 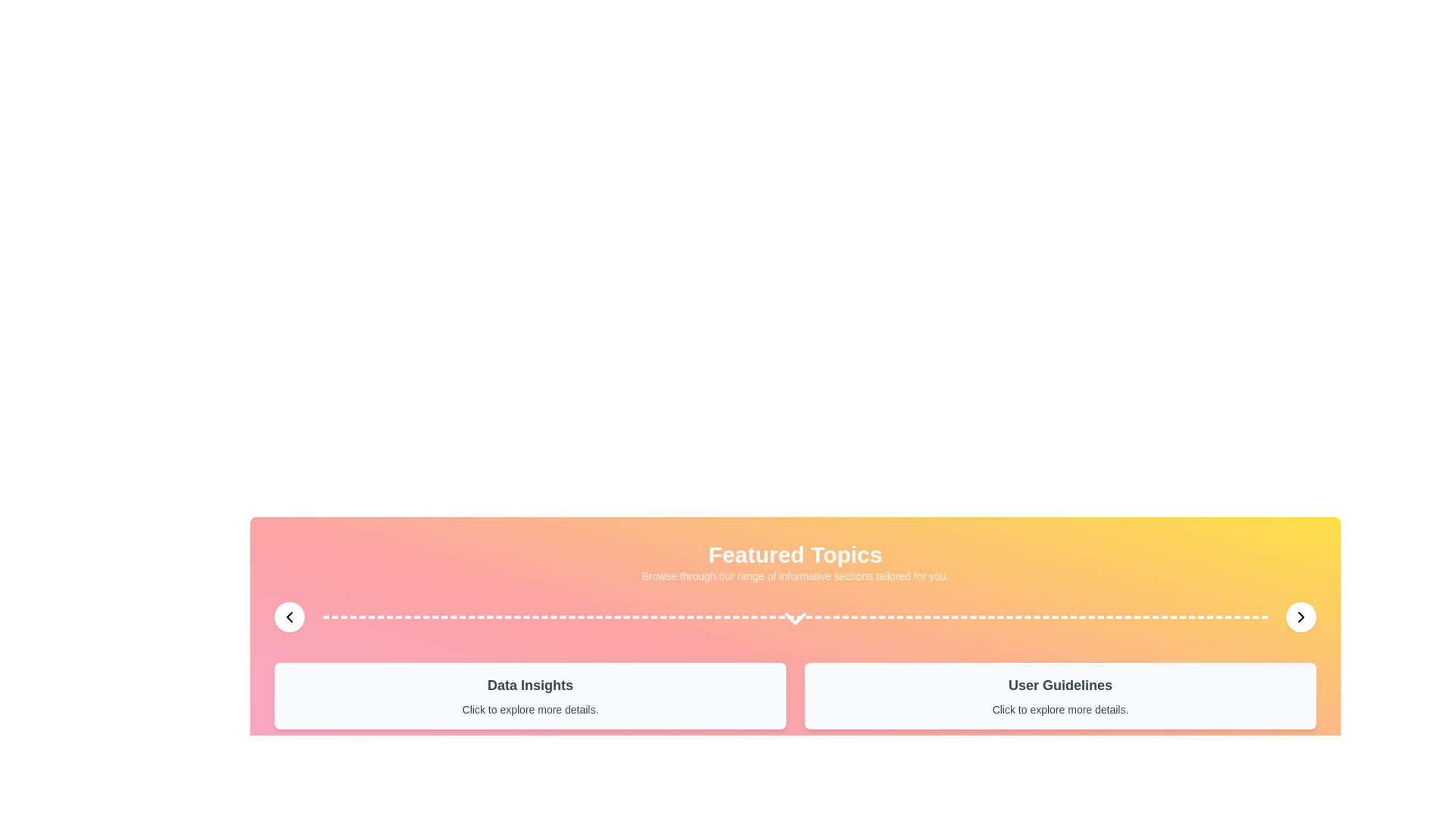 What do you see at coordinates (1059, 685) in the screenshot?
I see `the Text label that serves as the title or header for the card, located in the upper section of the card with a light background, positioned above another text line reading 'Click` at bounding box center [1059, 685].